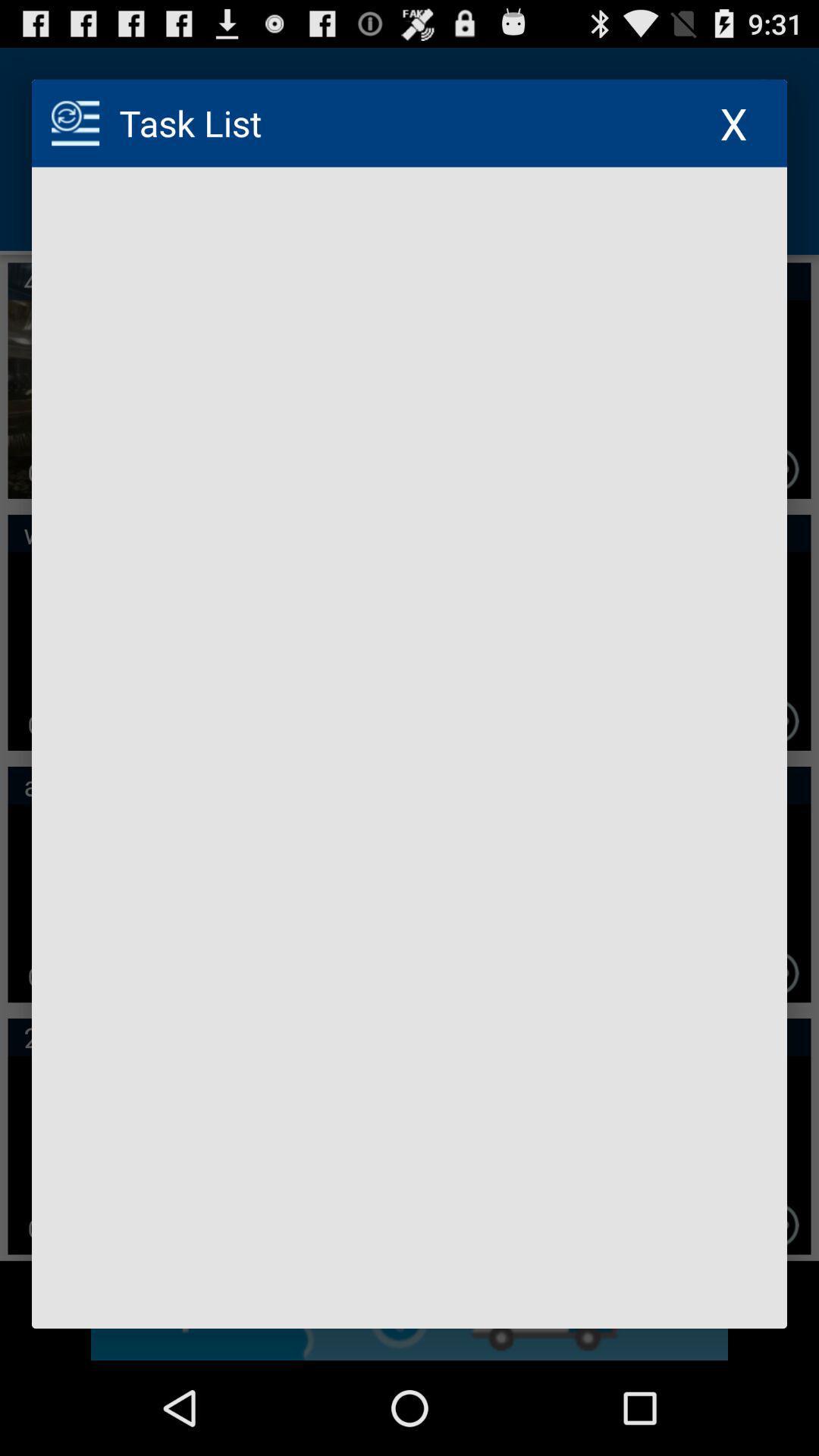  Describe the element at coordinates (733, 123) in the screenshot. I see `item to the right of task list icon` at that location.